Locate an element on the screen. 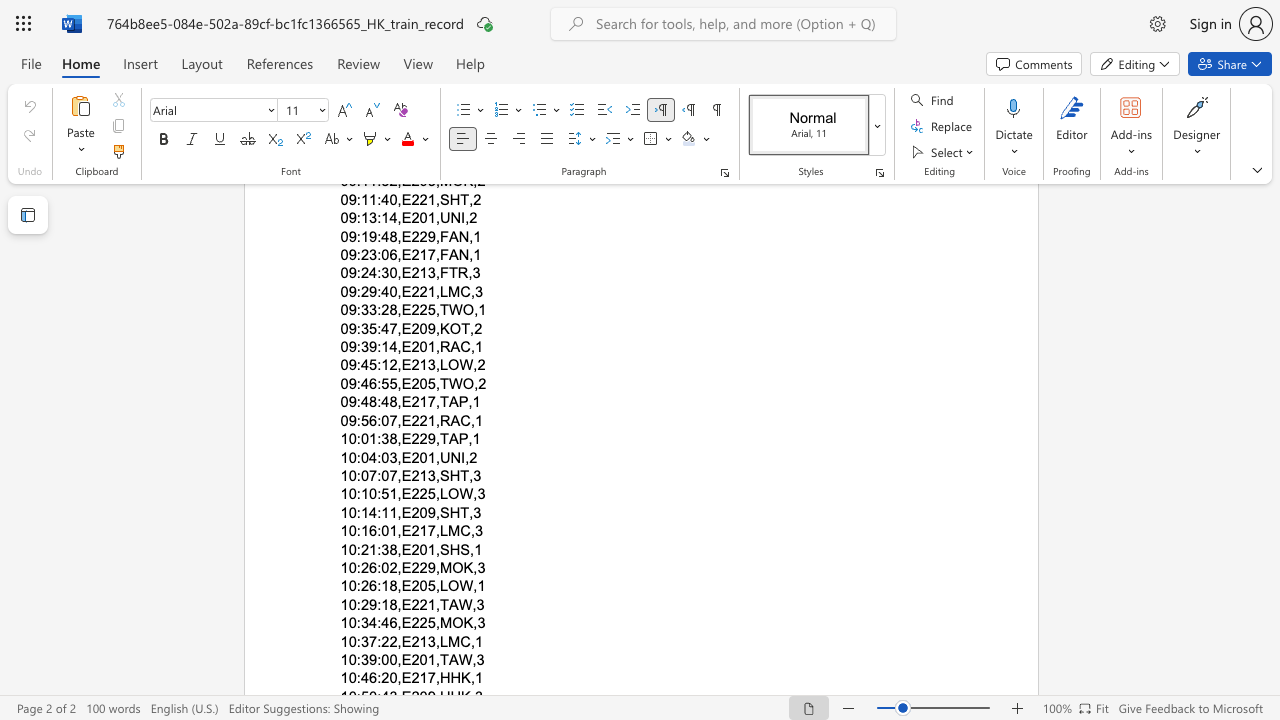 The image size is (1280, 720). the subset text "AW,3" within the text "10:39:00,E201,TAW,3" is located at coordinates (447, 659).